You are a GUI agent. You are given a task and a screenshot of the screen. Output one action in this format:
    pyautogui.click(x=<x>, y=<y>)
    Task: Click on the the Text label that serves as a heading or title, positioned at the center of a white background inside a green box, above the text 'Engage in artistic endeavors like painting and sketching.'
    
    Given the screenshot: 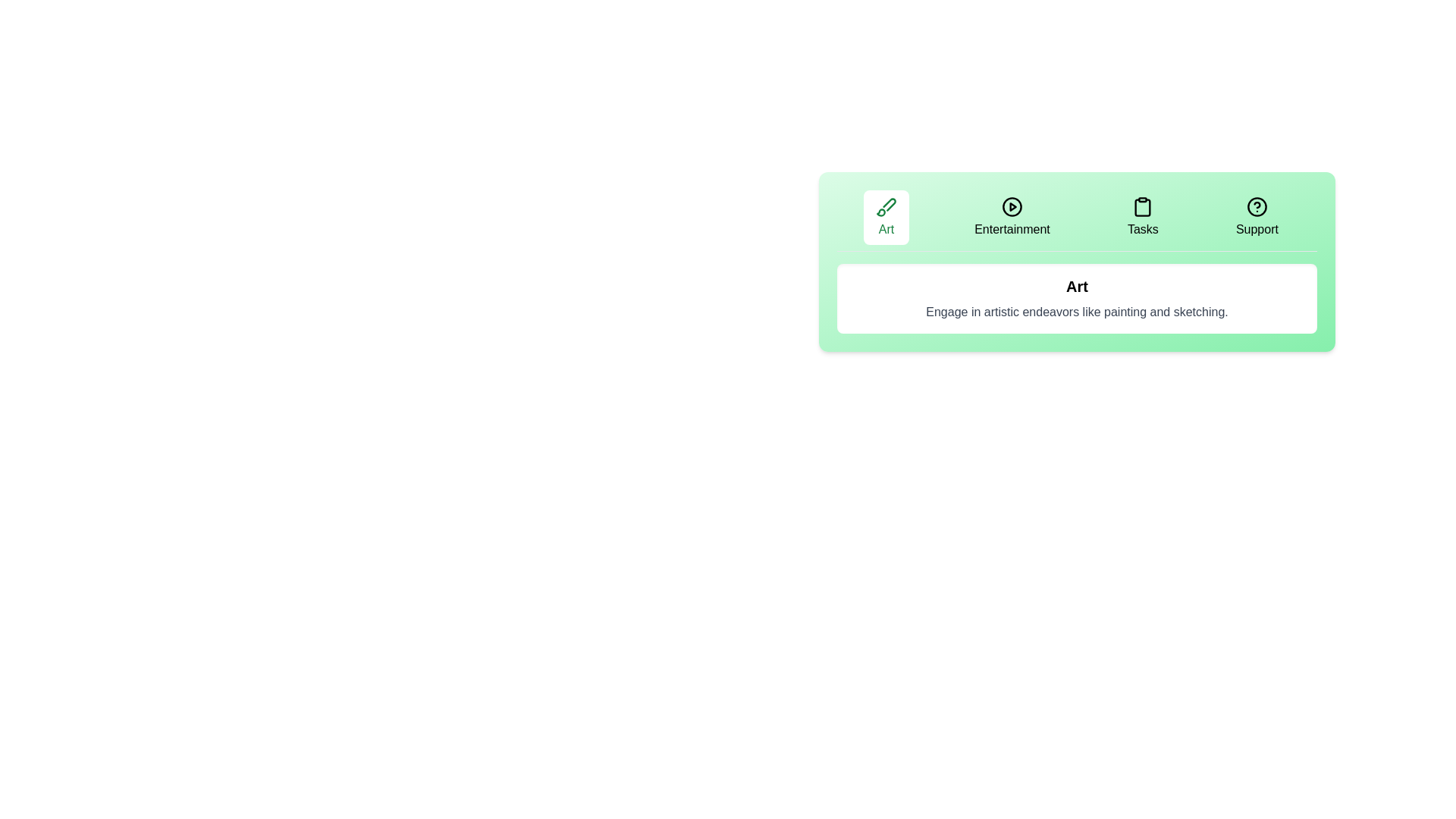 What is the action you would take?
    pyautogui.click(x=1076, y=287)
    